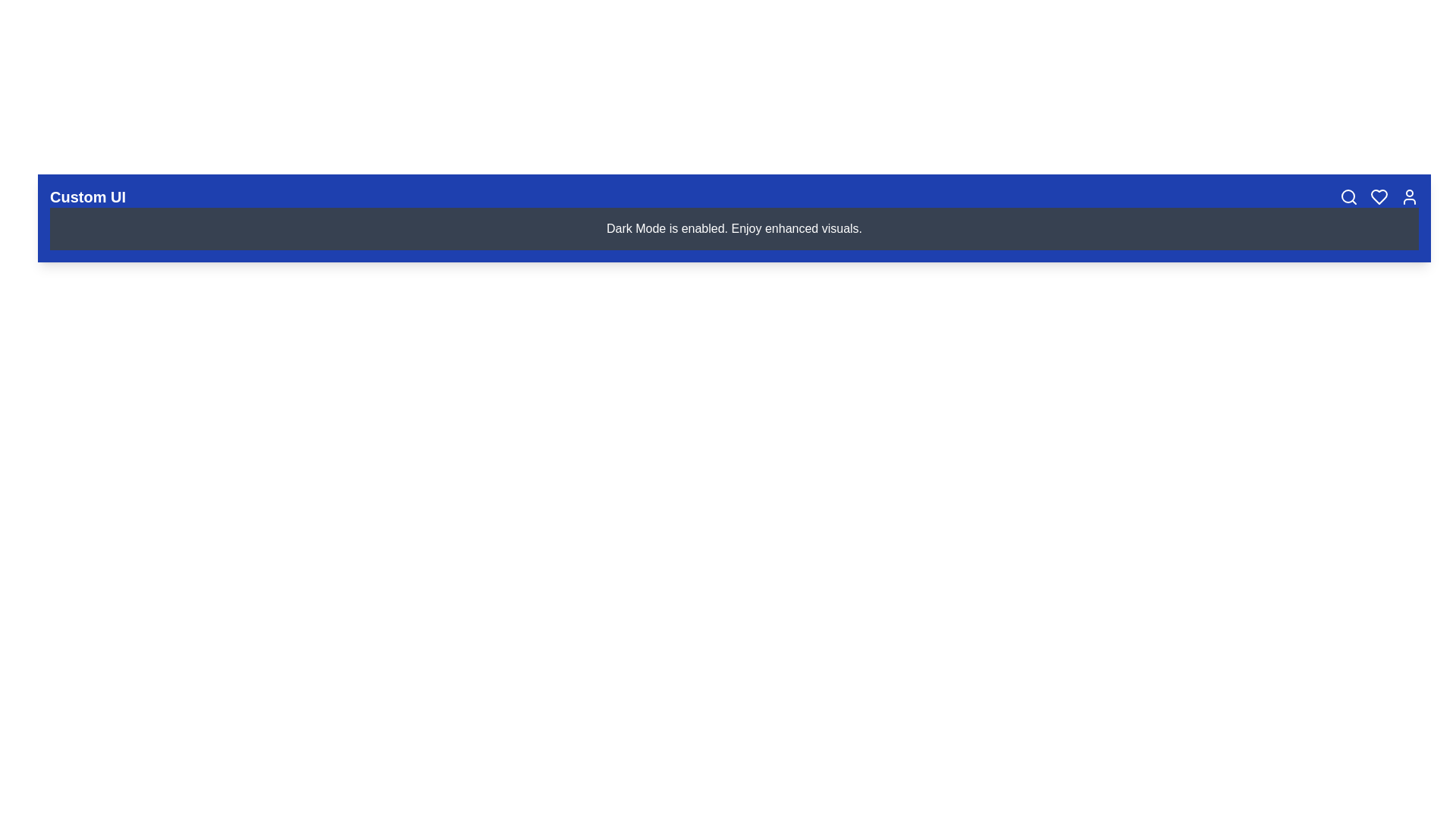  I want to click on user icon to toggle the dark mode, so click(1408, 196).